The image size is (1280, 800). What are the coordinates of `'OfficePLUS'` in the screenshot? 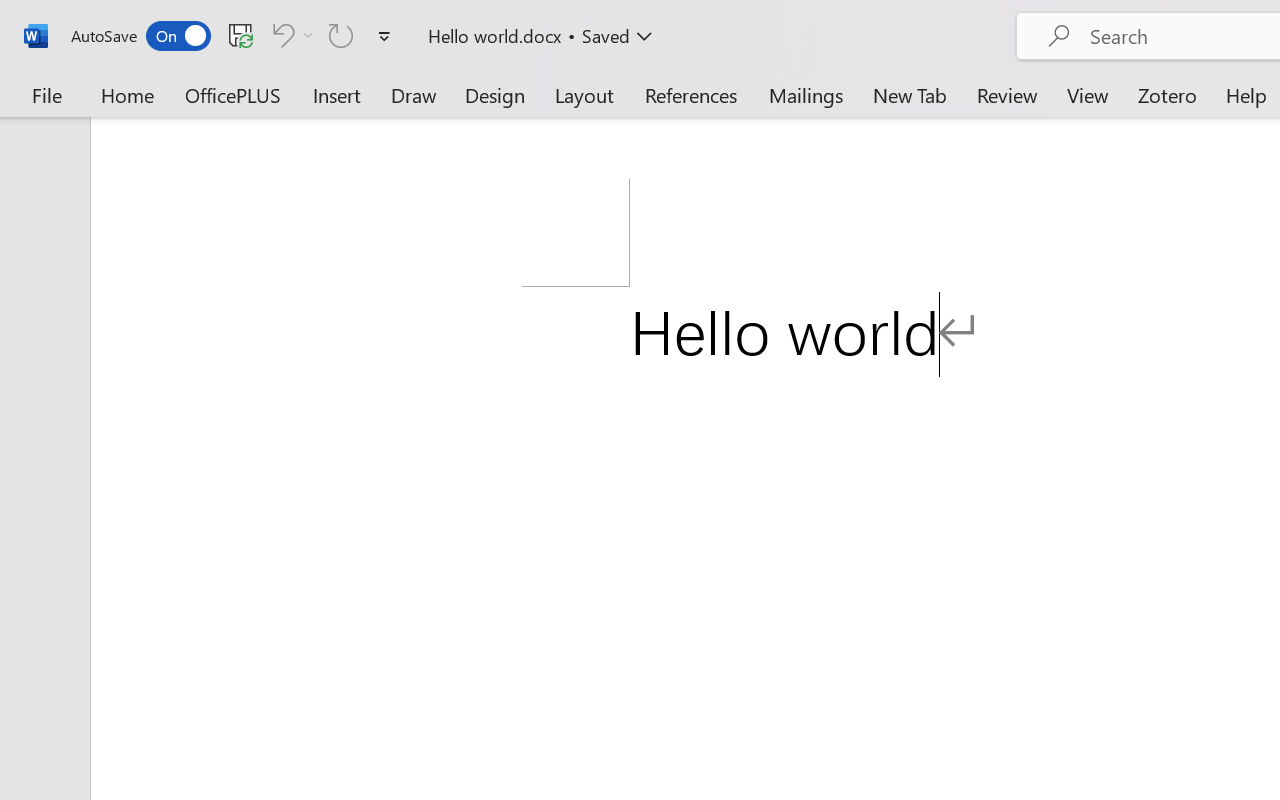 It's located at (233, 94).